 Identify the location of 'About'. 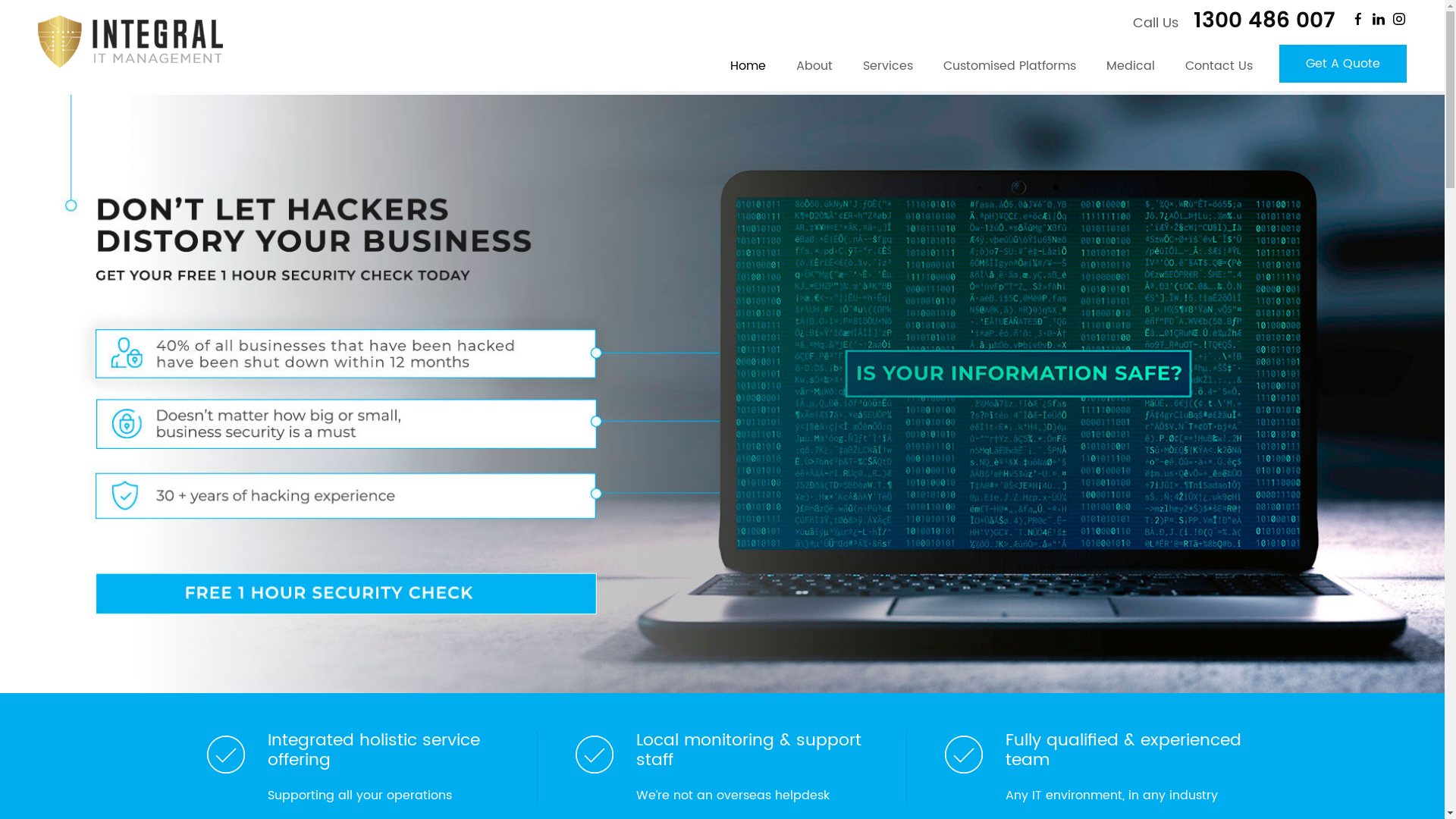
(814, 70).